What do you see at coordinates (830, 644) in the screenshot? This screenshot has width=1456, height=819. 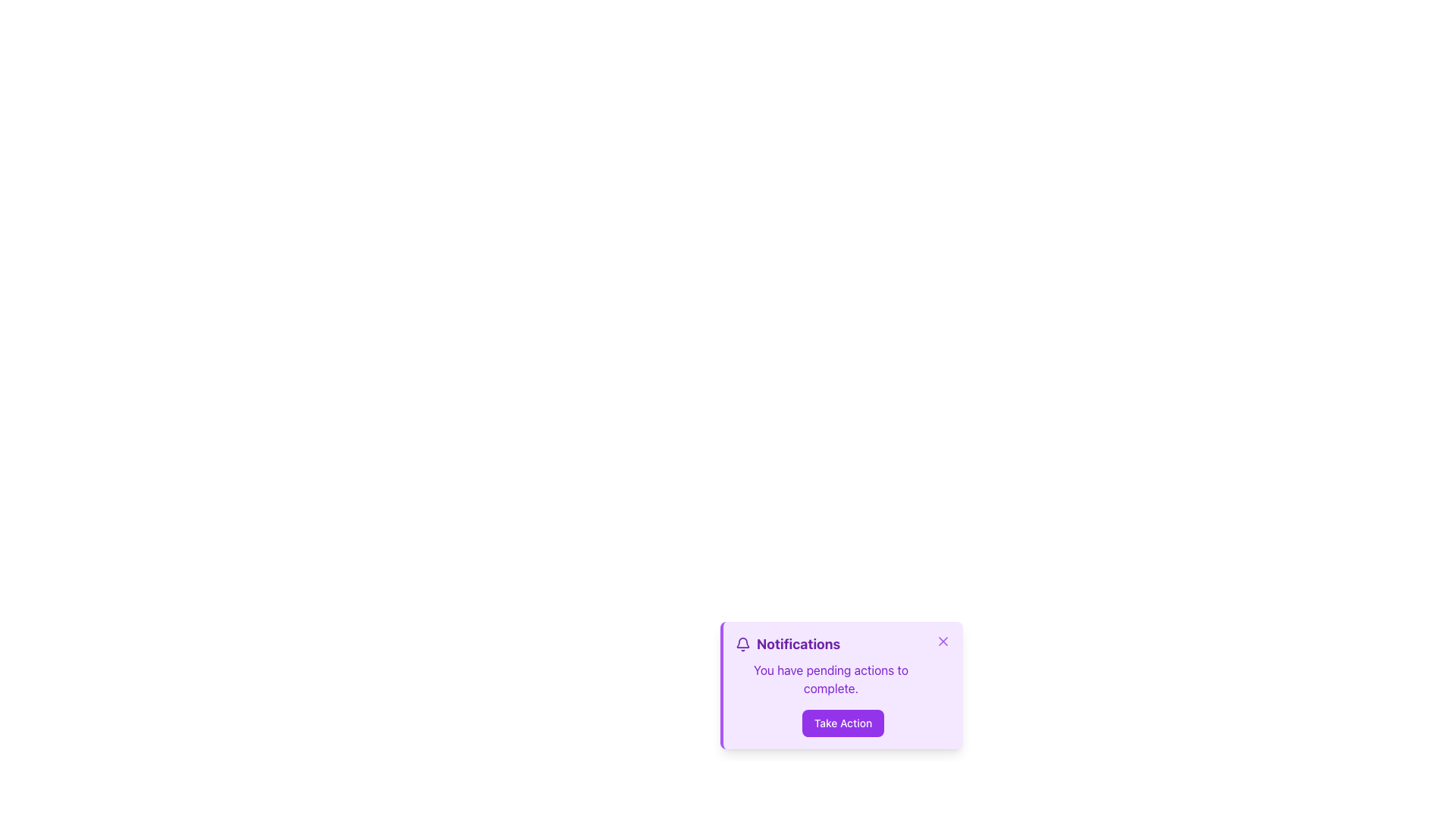 I see `the significance of the 'Notifications' title, which is styled in bold purple text and located on the purple card above the 'You have pending actions to complete.' text` at bounding box center [830, 644].